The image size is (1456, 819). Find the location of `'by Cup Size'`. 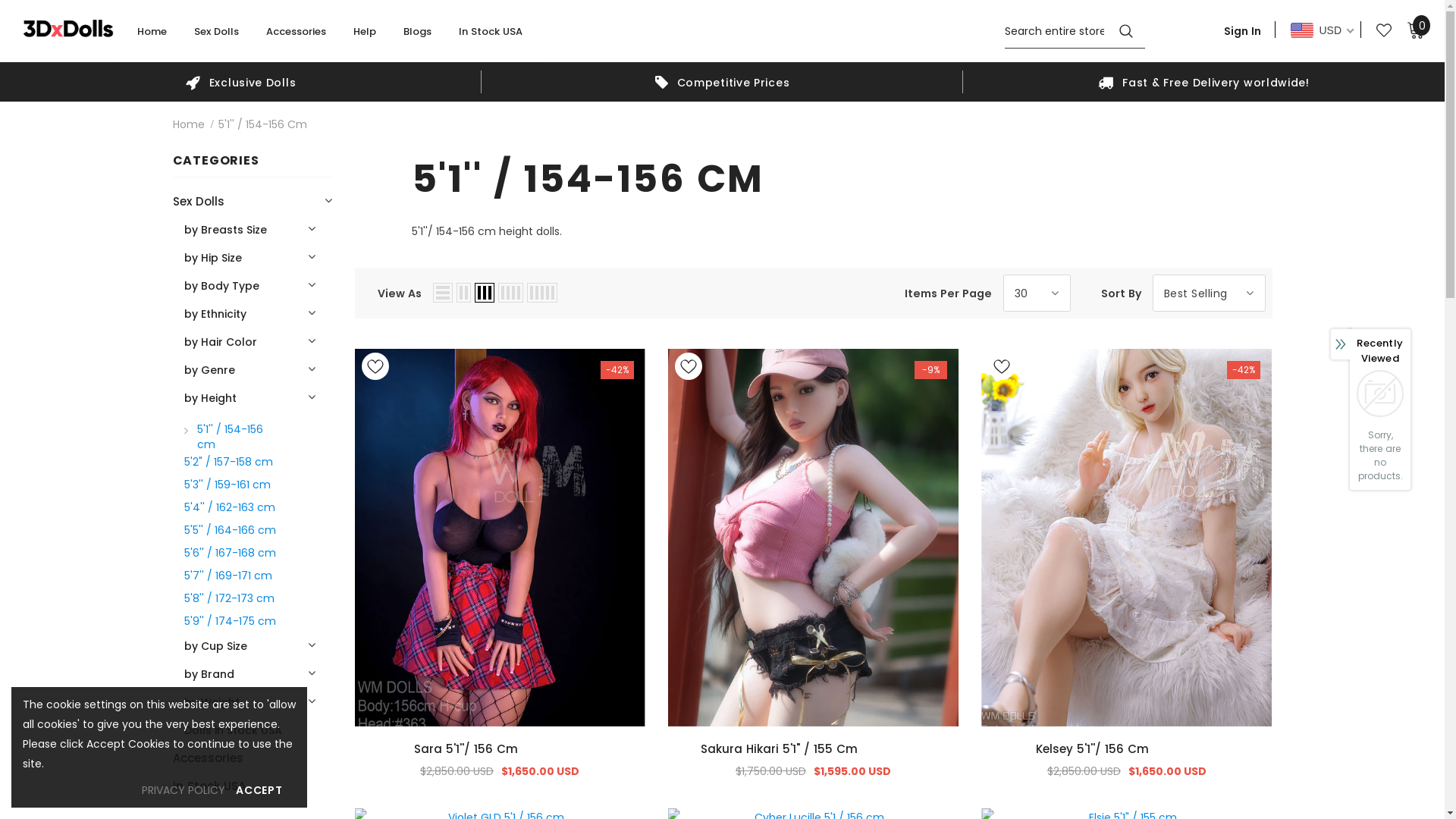

'by Cup Size' is located at coordinates (214, 645).